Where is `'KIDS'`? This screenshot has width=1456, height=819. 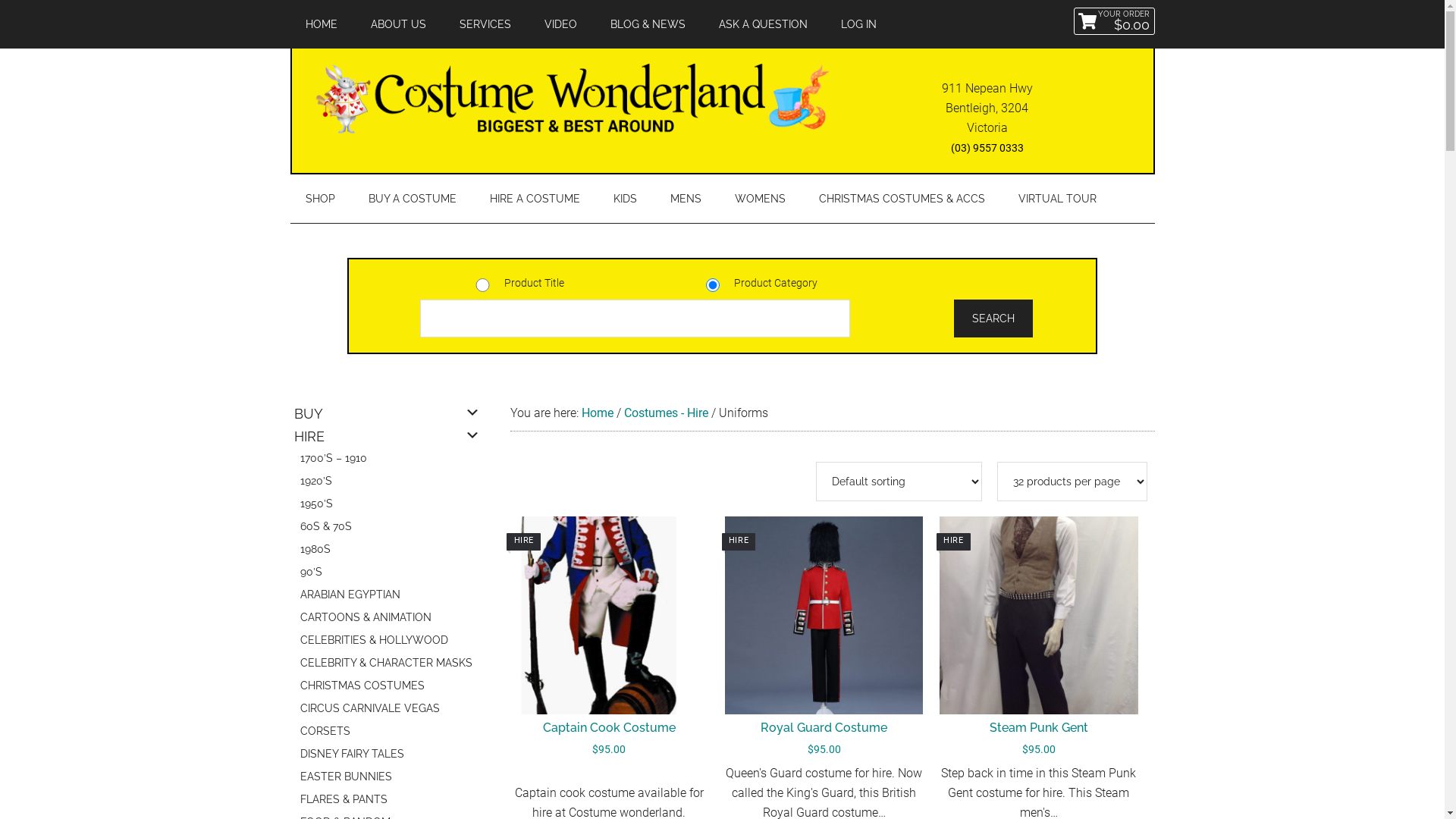 'KIDS' is located at coordinates (624, 198).